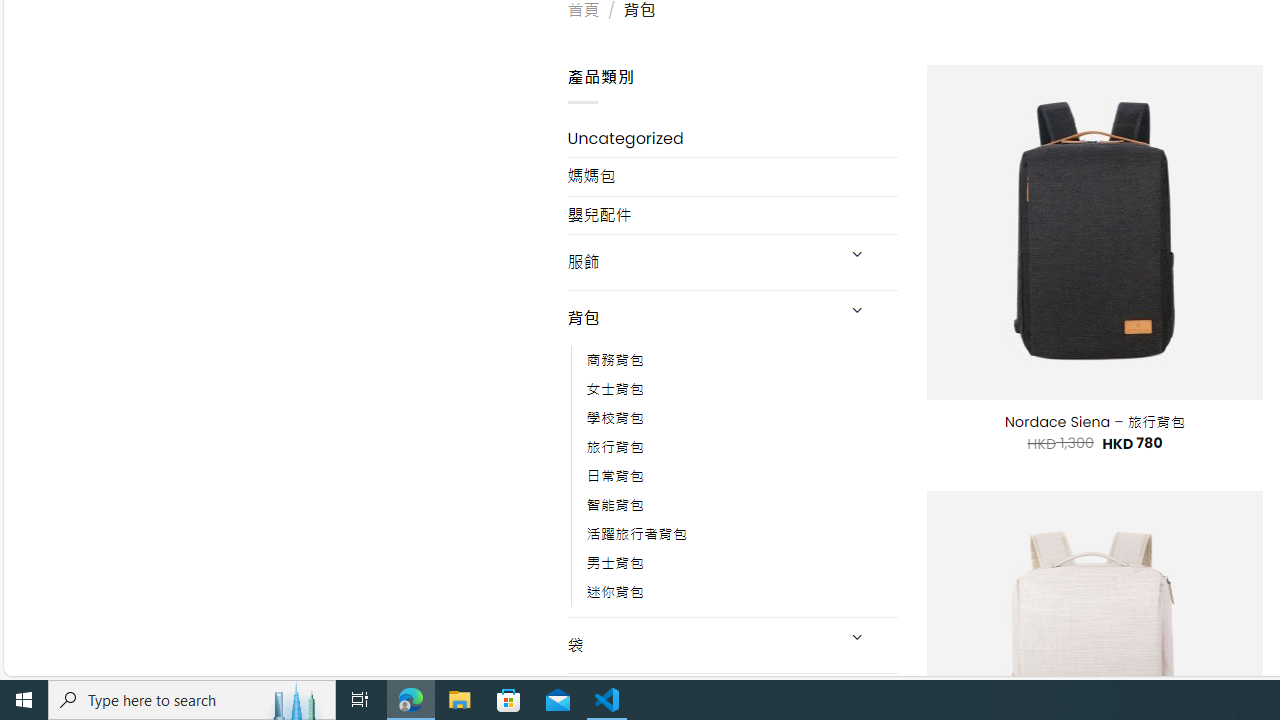 Image resolution: width=1280 pixels, height=720 pixels. What do you see at coordinates (731, 137) in the screenshot?
I see `'Uncategorized'` at bounding box center [731, 137].